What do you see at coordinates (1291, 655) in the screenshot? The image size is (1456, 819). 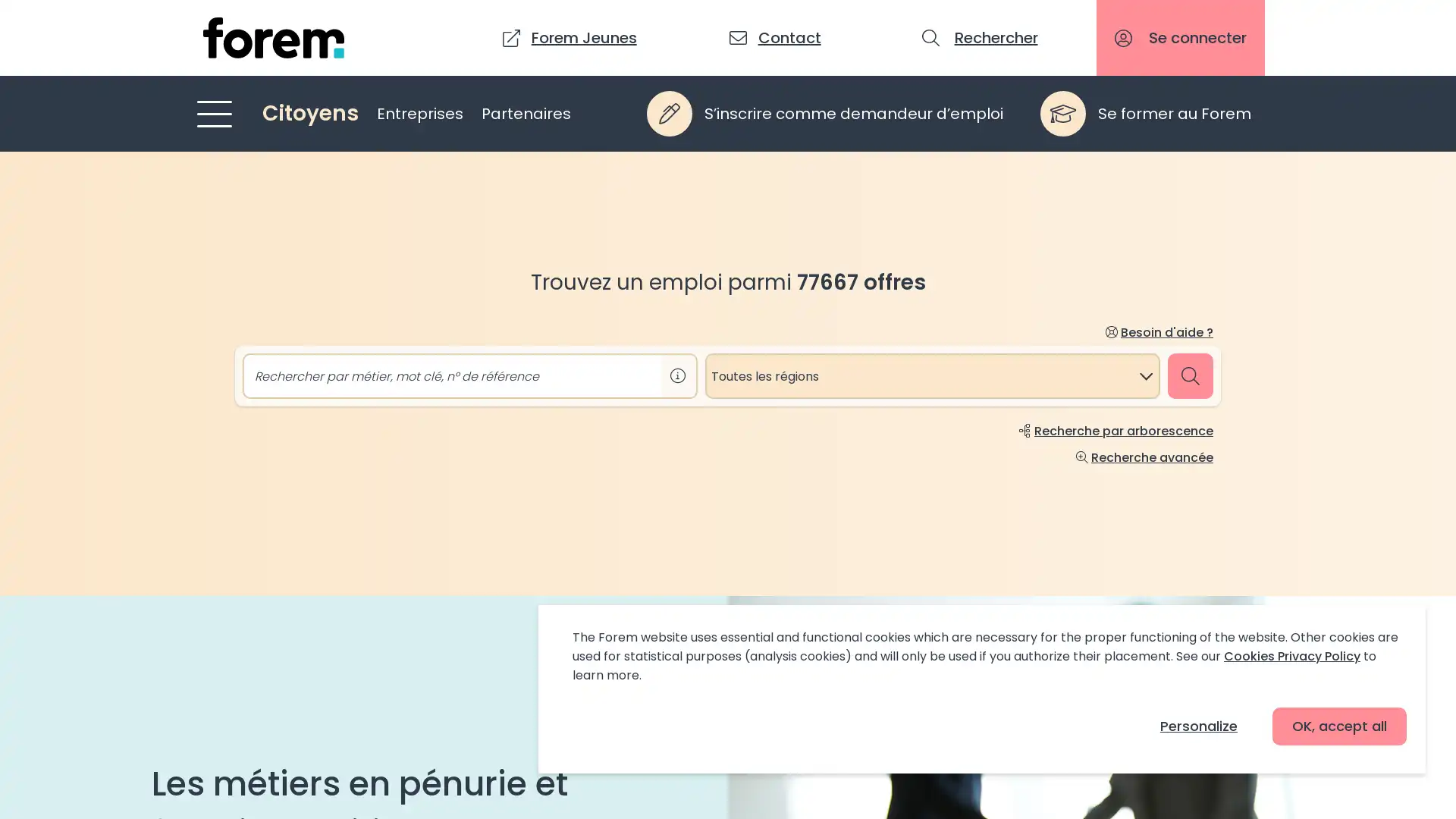 I see `Cookies Privacy Policy` at bounding box center [1291, 655].